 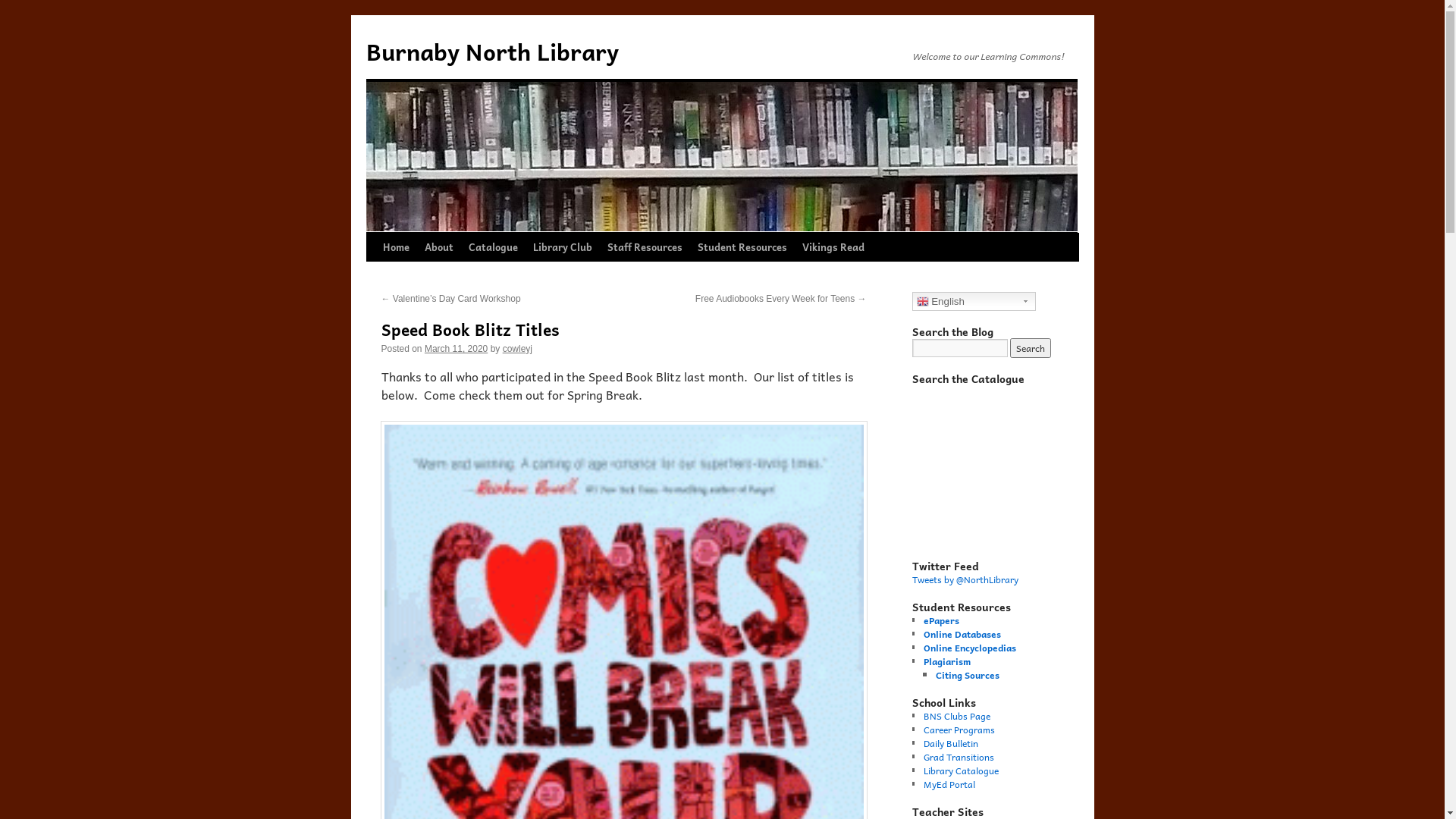 What do you see at coordinates (964, 579) in the screenshot?
I see `'Tweets by @NorthLibrary'` at bounding box center [964, 579].